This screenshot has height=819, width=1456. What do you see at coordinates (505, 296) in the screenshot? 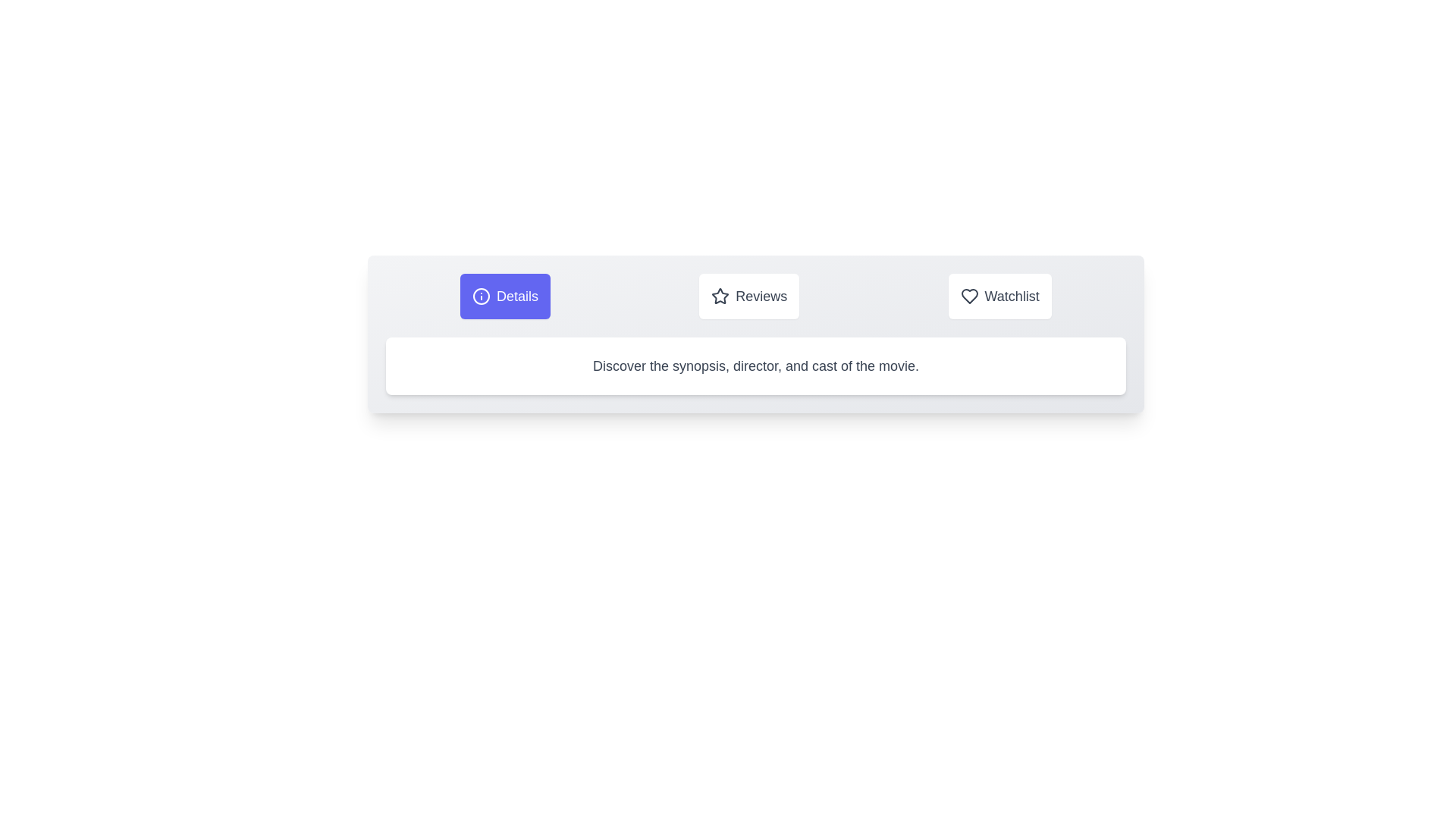
I see `the Details tab by clicking on its button` at bounding box center [505, 296].